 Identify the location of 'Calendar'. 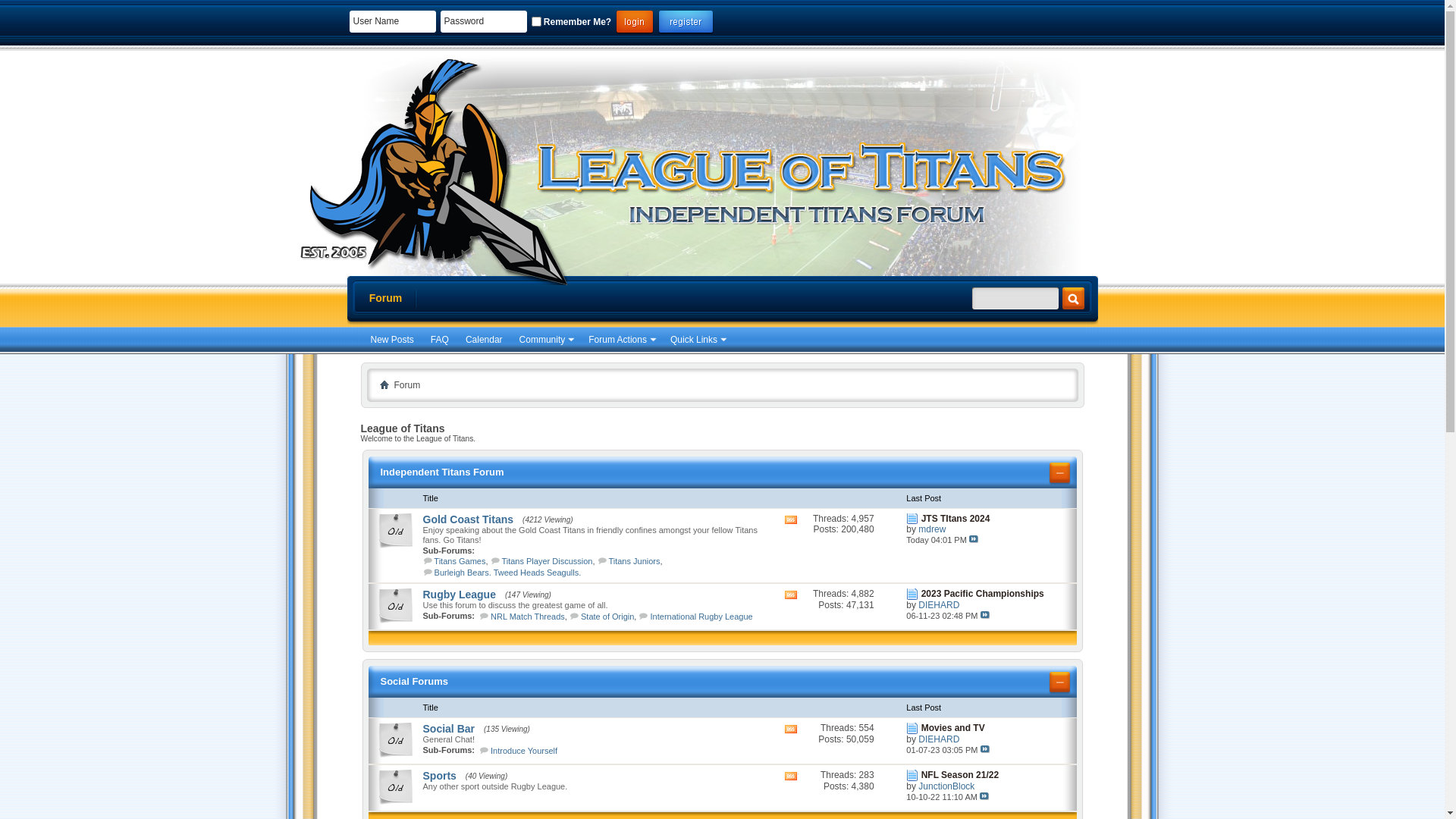
(483, 339).